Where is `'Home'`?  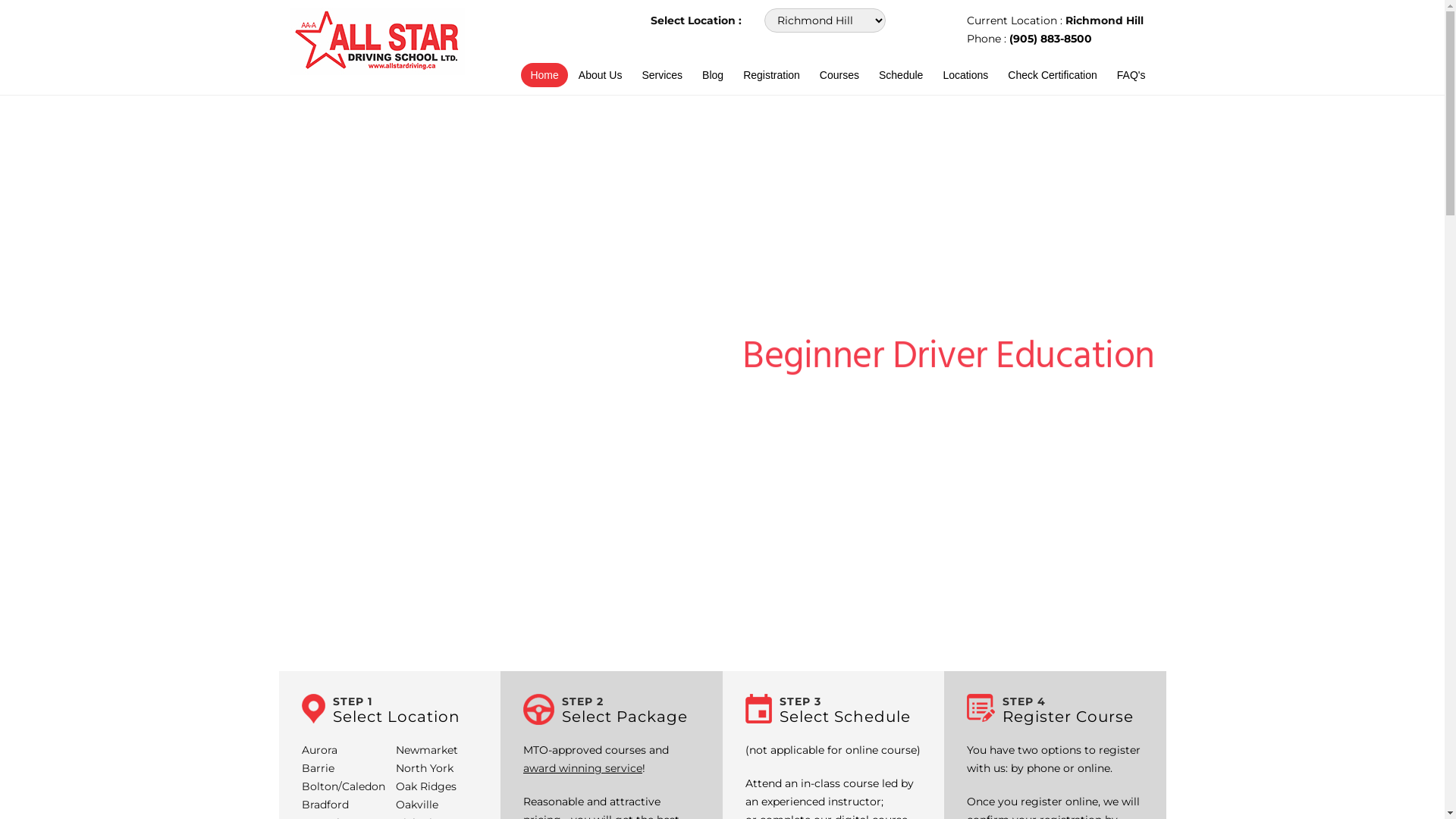 'Home' is located at coordinates (520, 75).